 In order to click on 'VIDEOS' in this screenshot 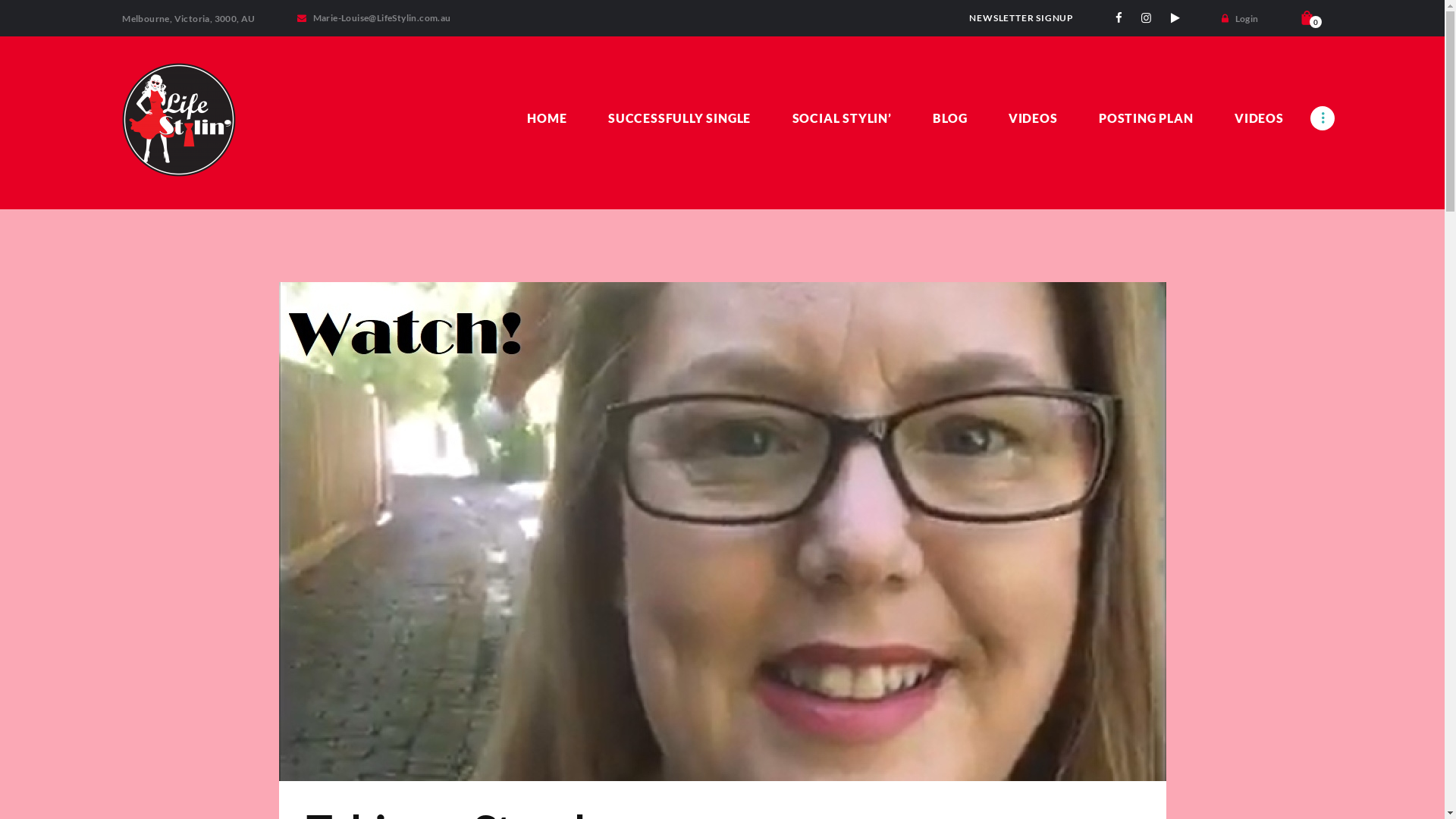, I will do `click(1032, 117)`.